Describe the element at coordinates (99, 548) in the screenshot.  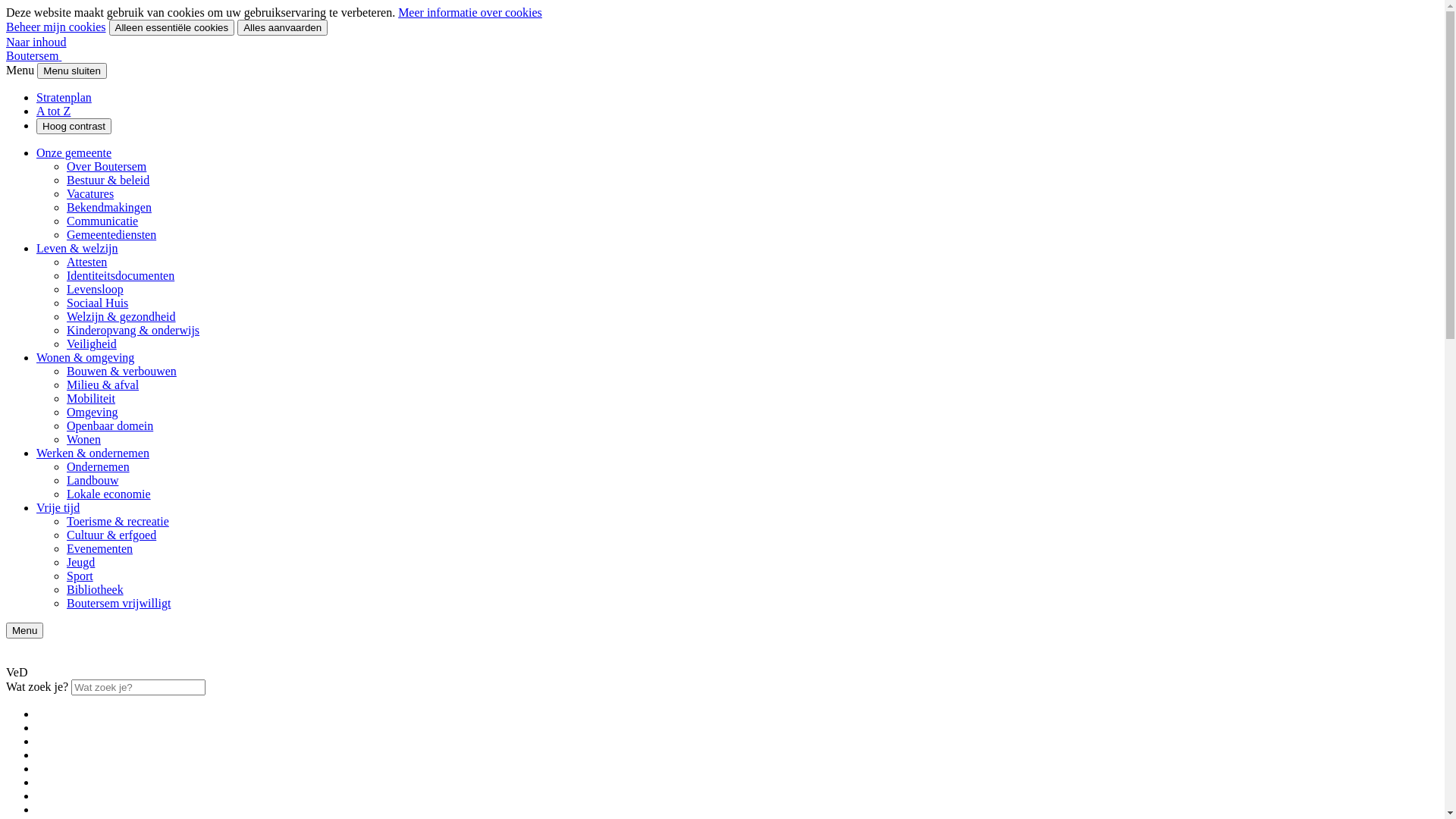
I see `'Evenementen'` at that location.